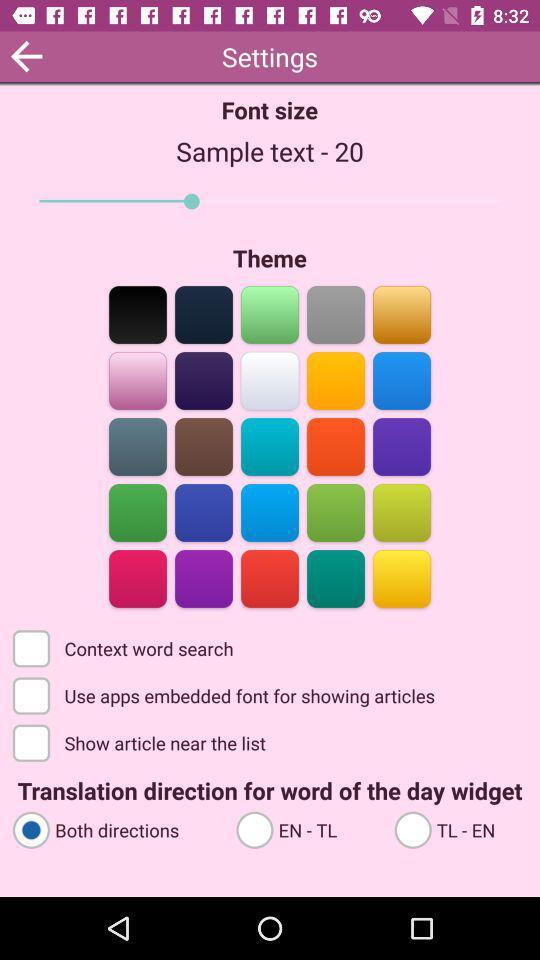  I want to click on forest green color, so click(335, 510).